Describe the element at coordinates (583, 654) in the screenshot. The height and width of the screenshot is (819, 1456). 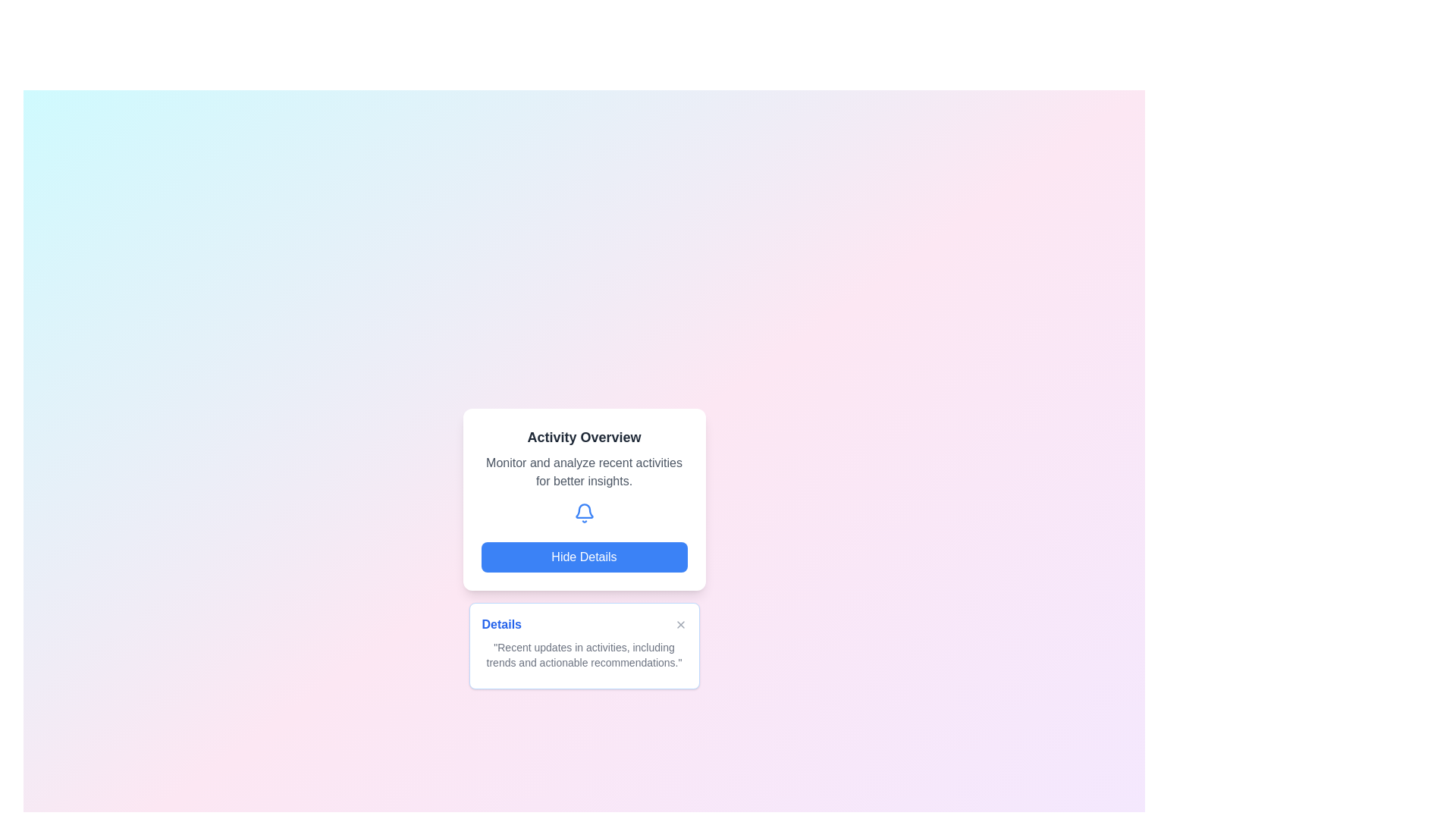
I see `static text component that displays 'Recent updates in activities, including trends and actionable recommendations.' located near the bottom of the card below the header 'Details'` at that location.